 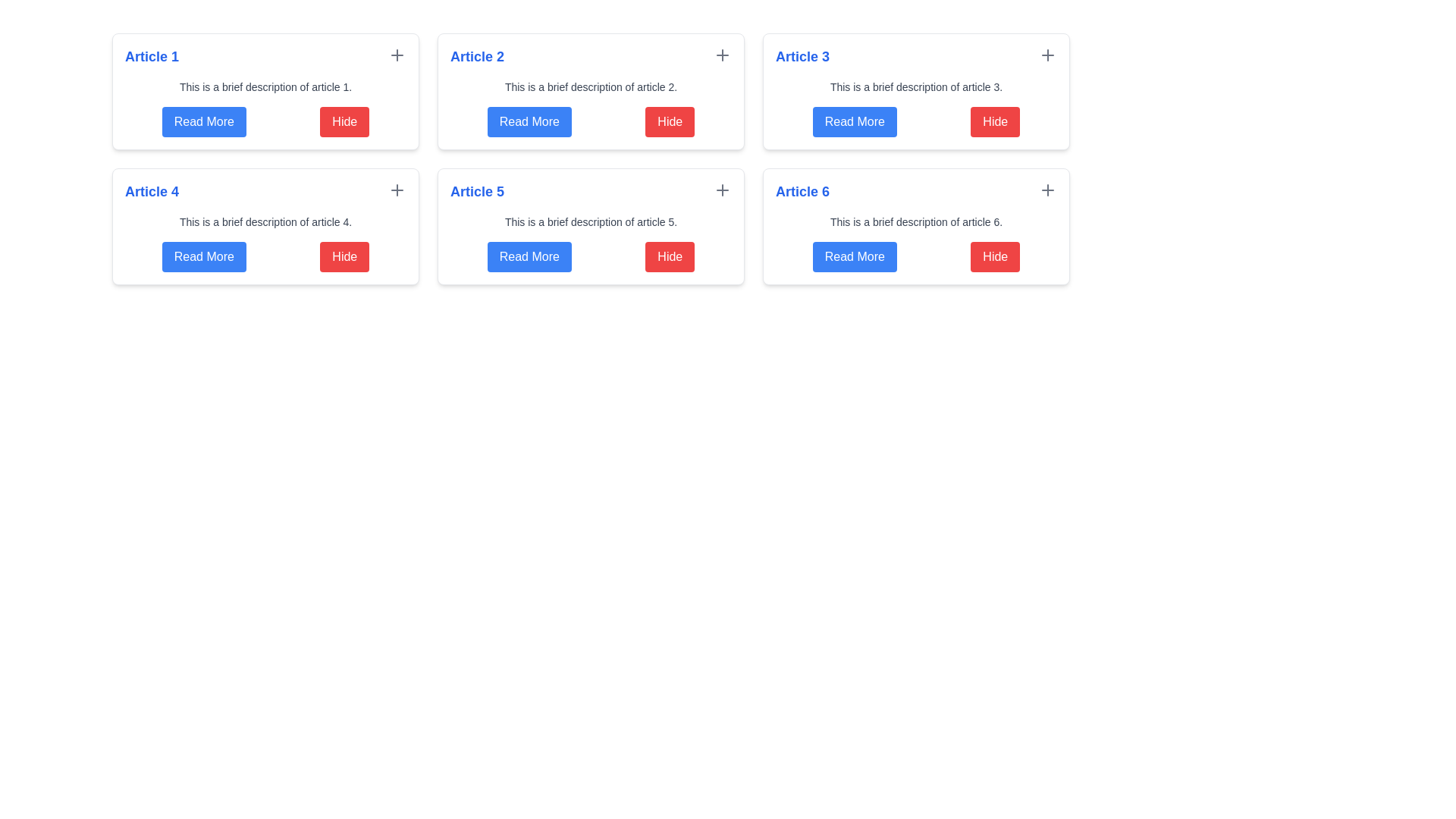 What do you see at coordinates (203, 256) in the screenshot?
I see `the button` at bounding box center [203, 256].